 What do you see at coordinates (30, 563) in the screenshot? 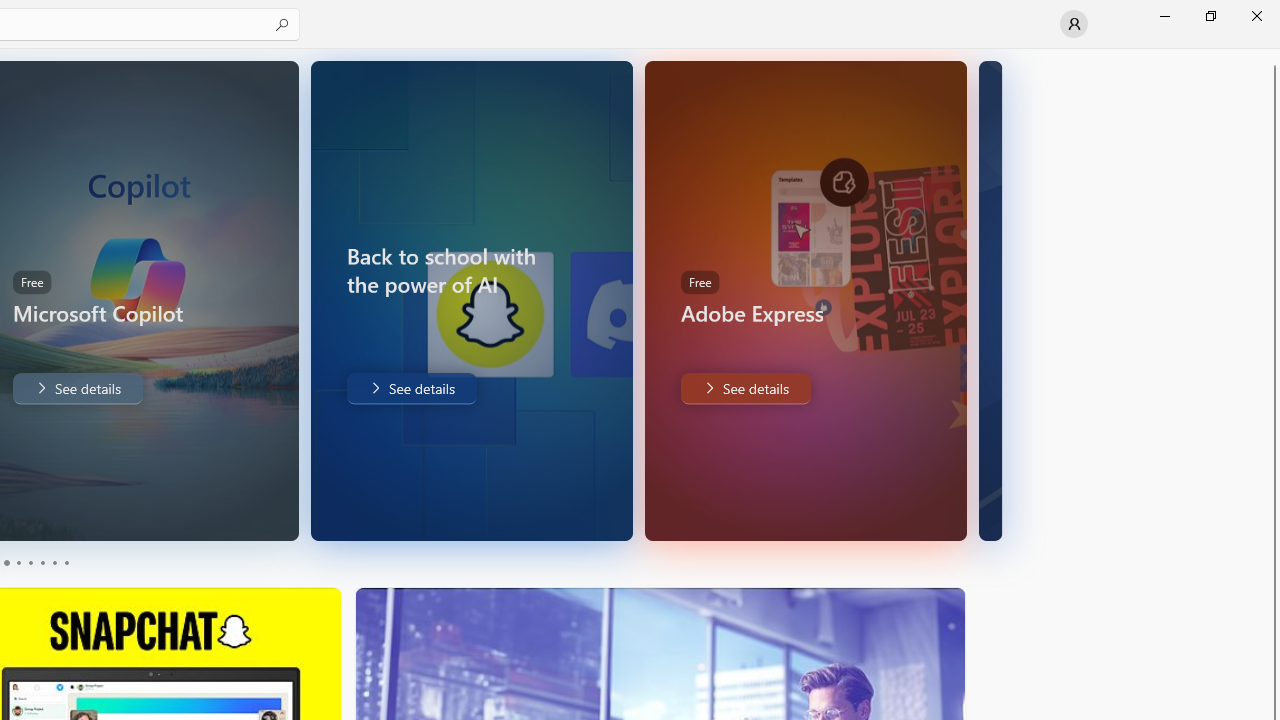
I see `'Page 3'` at bounding box center [30, 563].